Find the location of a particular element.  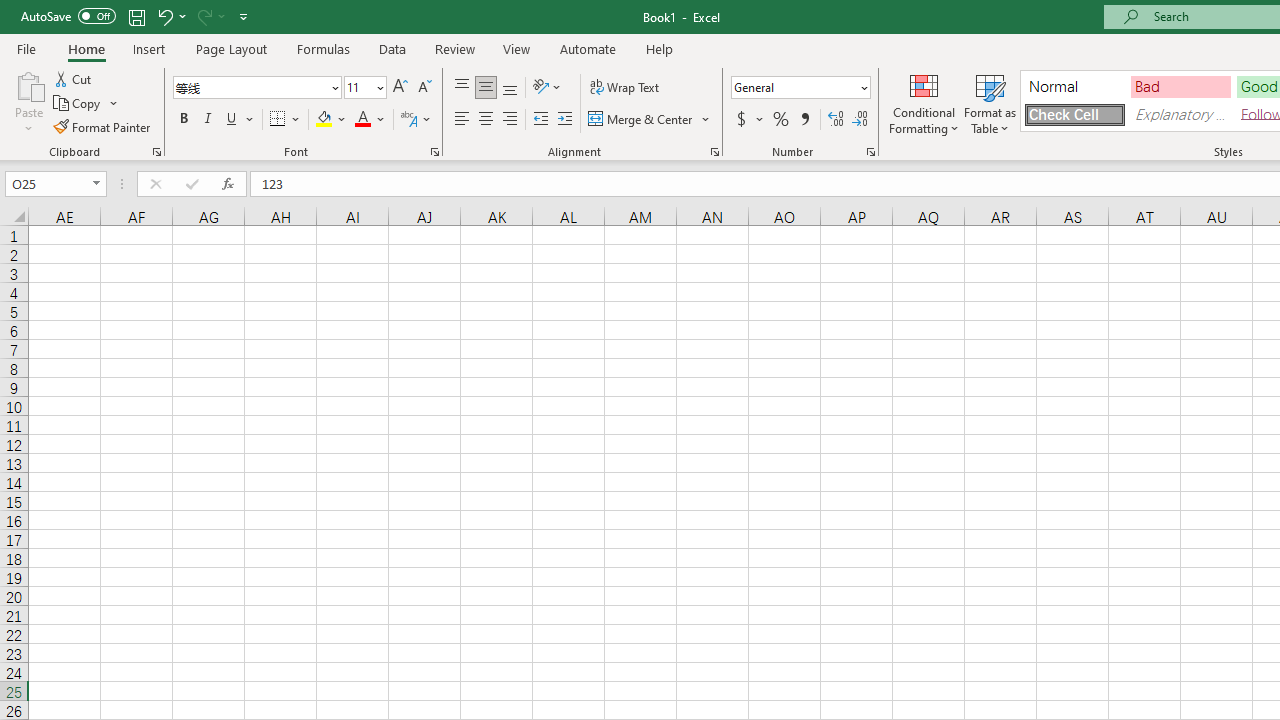

'Check Cell' is located at coordinates (1073, 114).